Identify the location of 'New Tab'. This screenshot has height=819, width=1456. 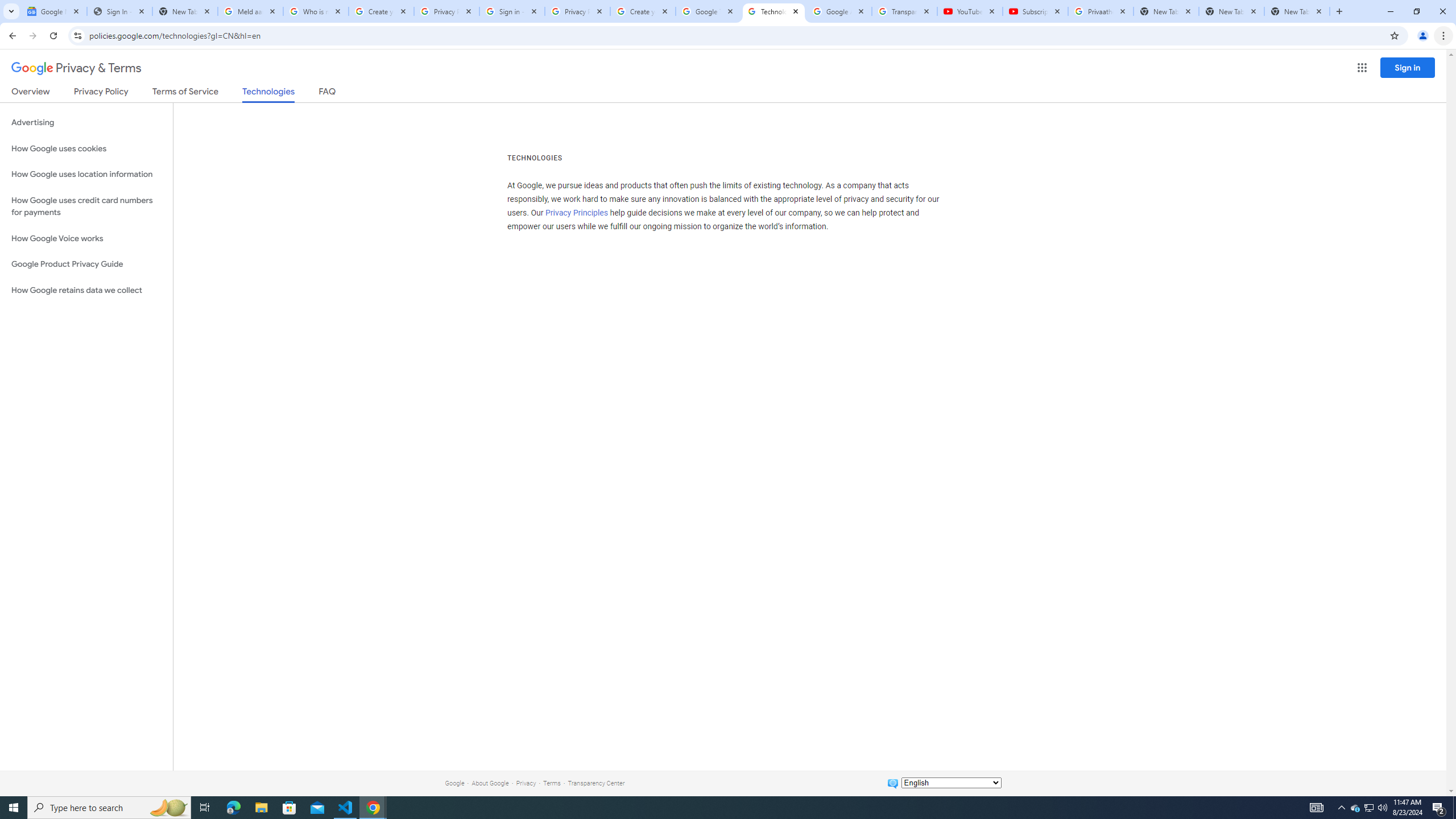
(1296, 11).